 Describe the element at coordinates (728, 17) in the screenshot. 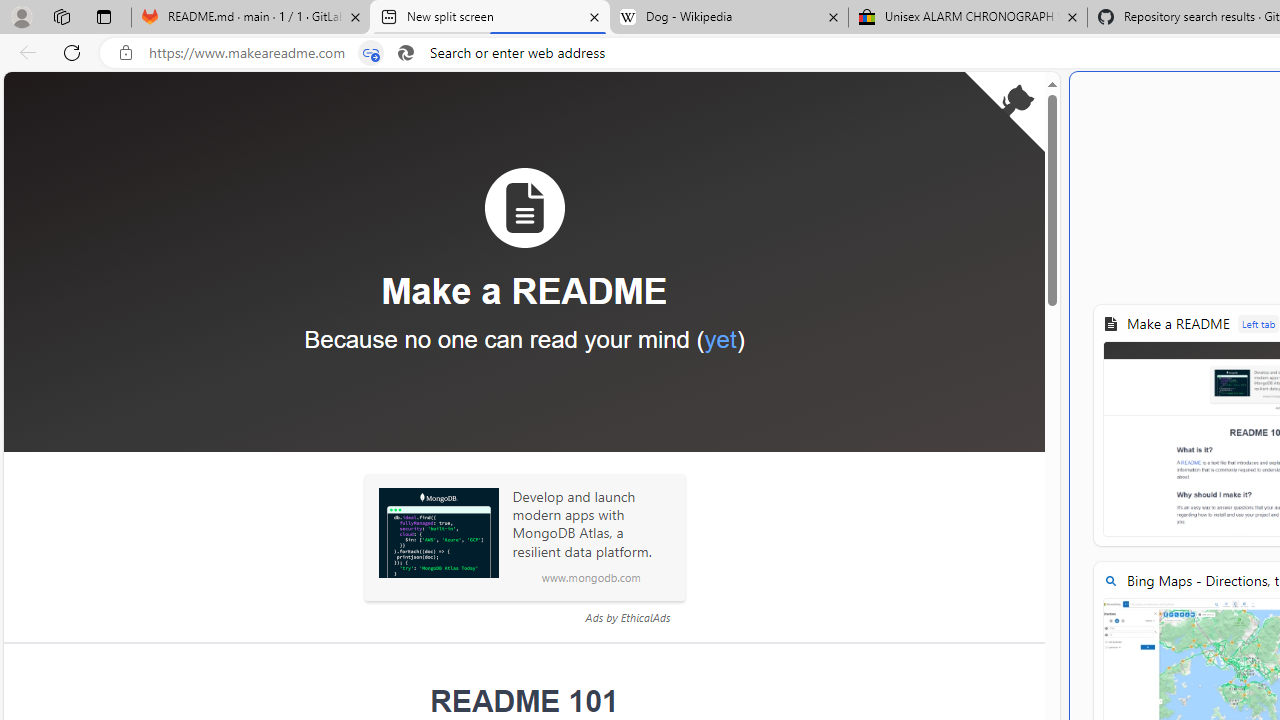

I see `'Dog - Wikipedia'` at that location.